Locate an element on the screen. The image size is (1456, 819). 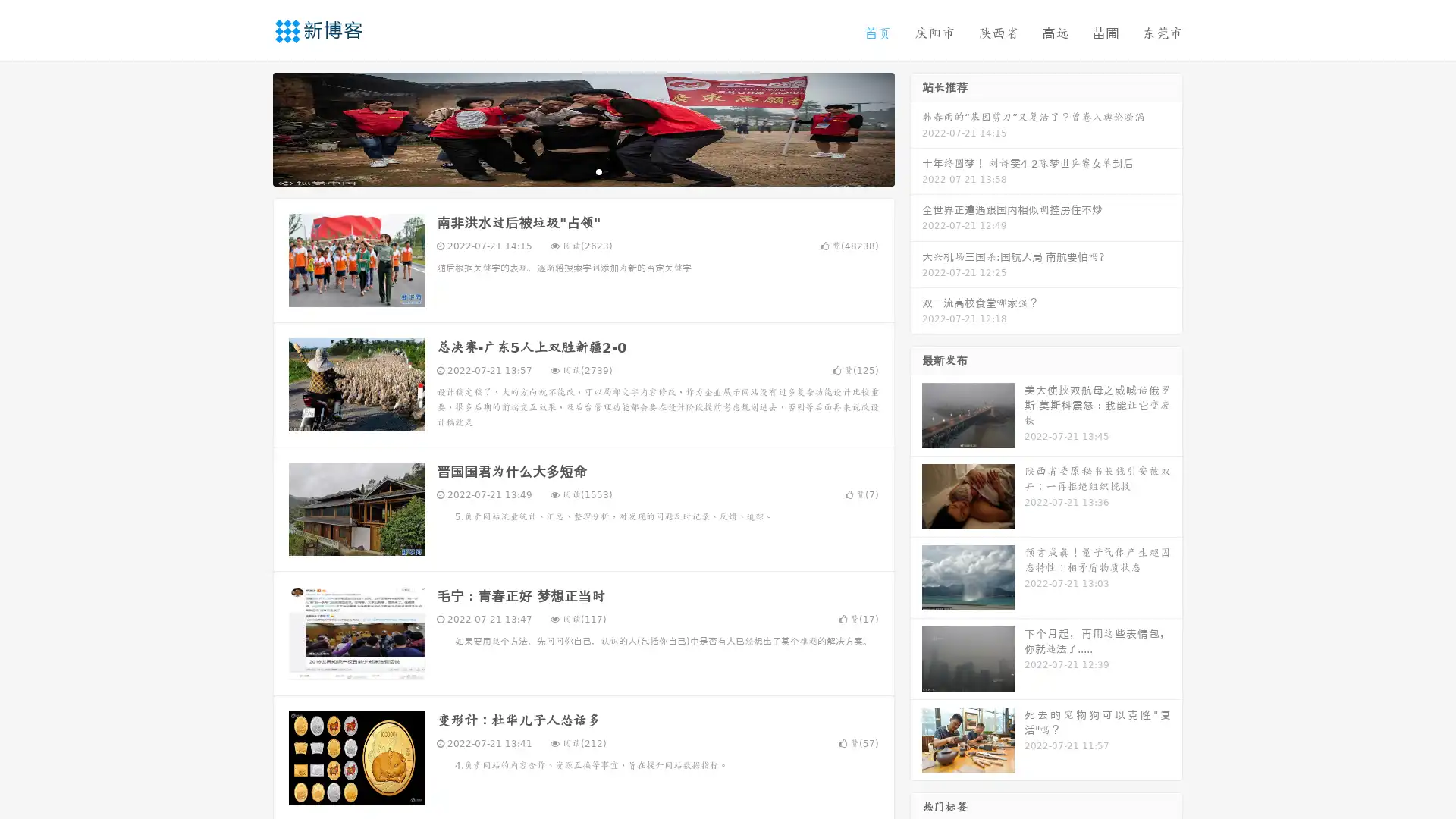
Go to slide 3 is located at coordinates (598, 171).